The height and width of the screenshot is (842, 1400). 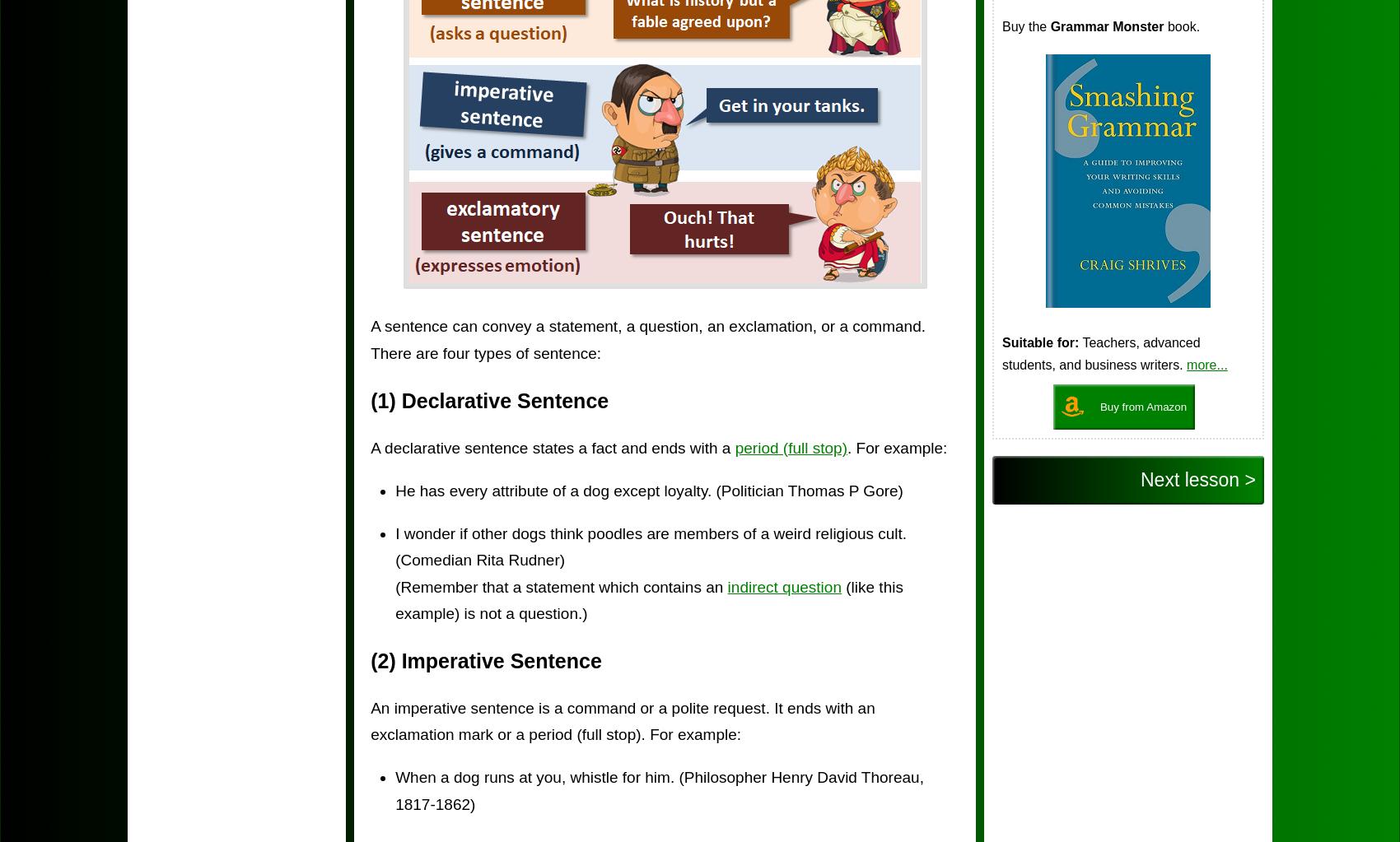 I want to click on '. For example:', so click(x=845, y=446).